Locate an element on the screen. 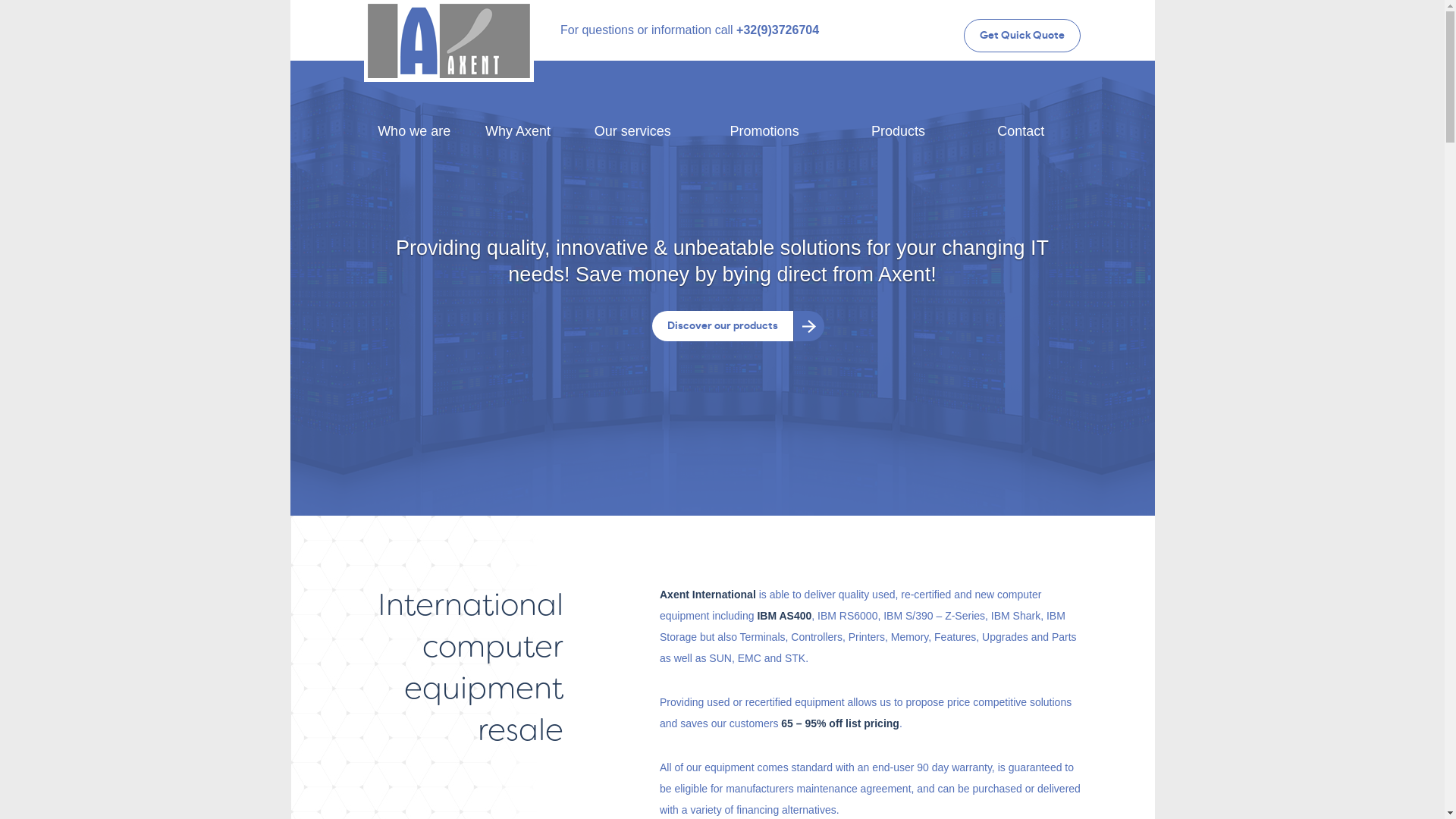 The image size is (1456, 819). 'Why Axent' is located at coordinates (517, 130).